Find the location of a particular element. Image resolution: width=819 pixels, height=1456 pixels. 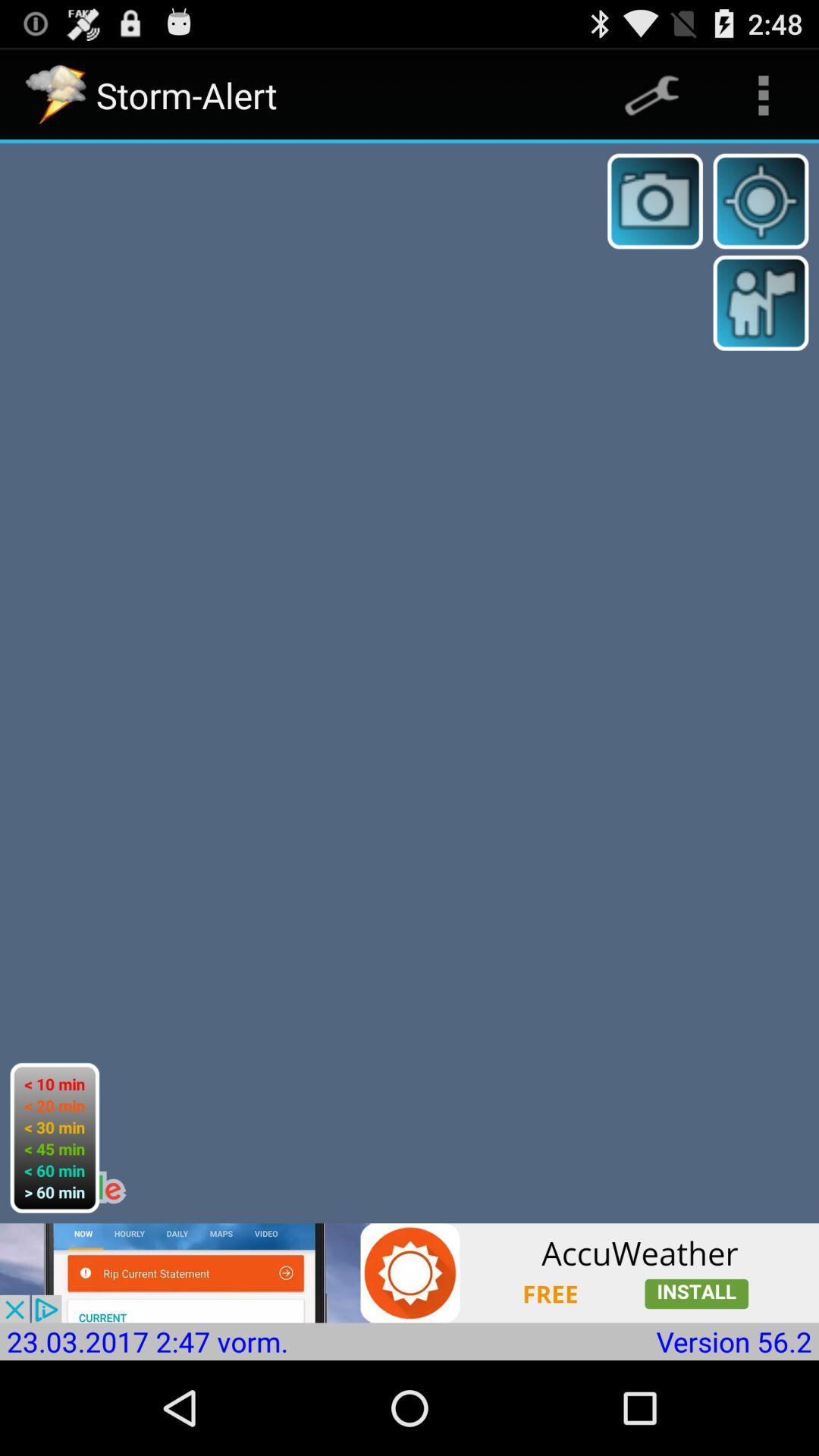

for accuweather is located at coordinates (409, 1272).